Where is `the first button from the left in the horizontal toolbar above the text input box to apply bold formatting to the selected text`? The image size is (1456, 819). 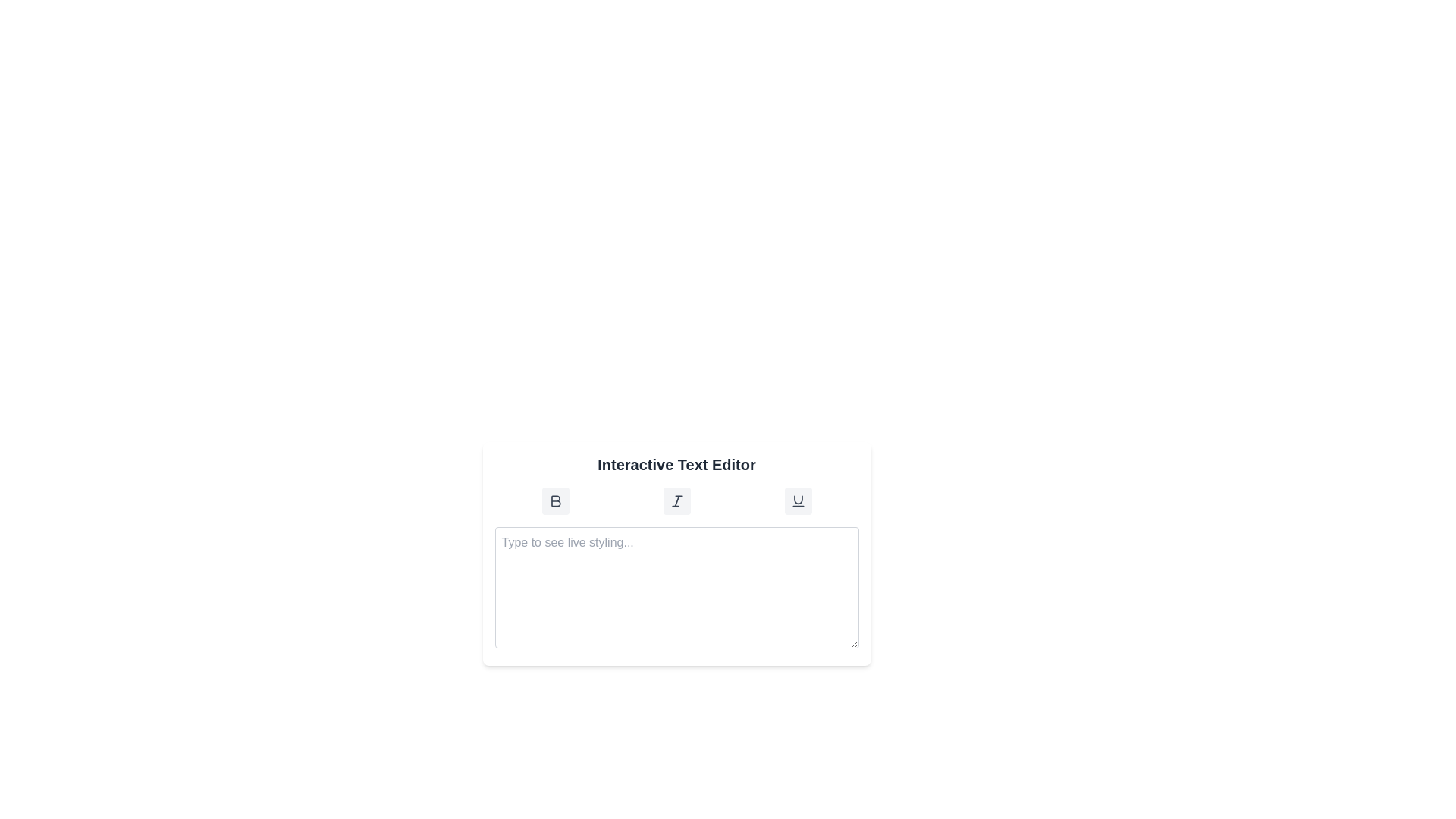
the first button from the left in the horizontal toolbar above the text input box to apply bold formatting to the selected text is located at coordinates (554, 500).